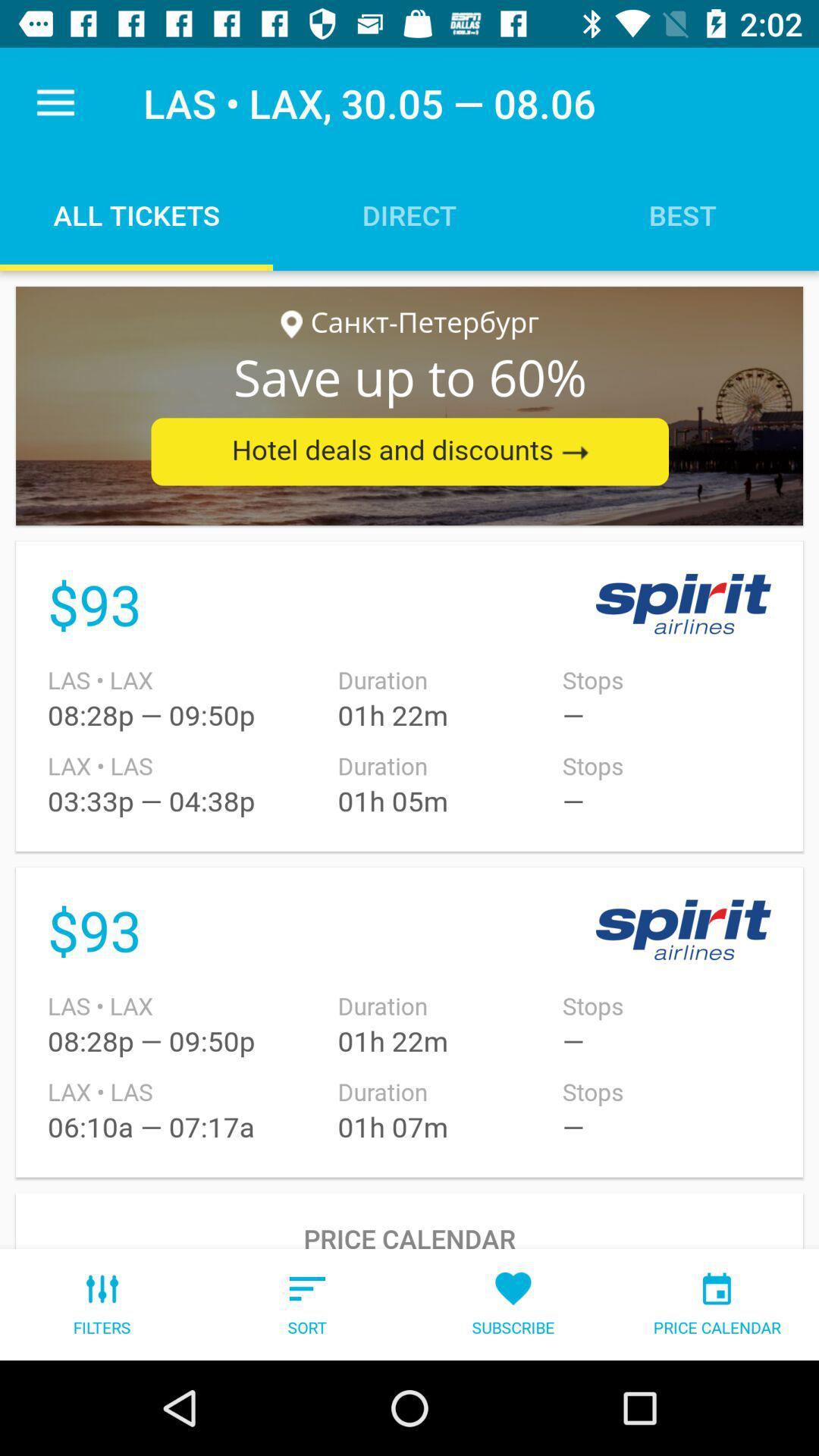 This screenshot has height=1456, width=819. What do you see at coordinates (409, 406) in the screenshot?
I see `the advertisement` at bounding box center [409, 406].